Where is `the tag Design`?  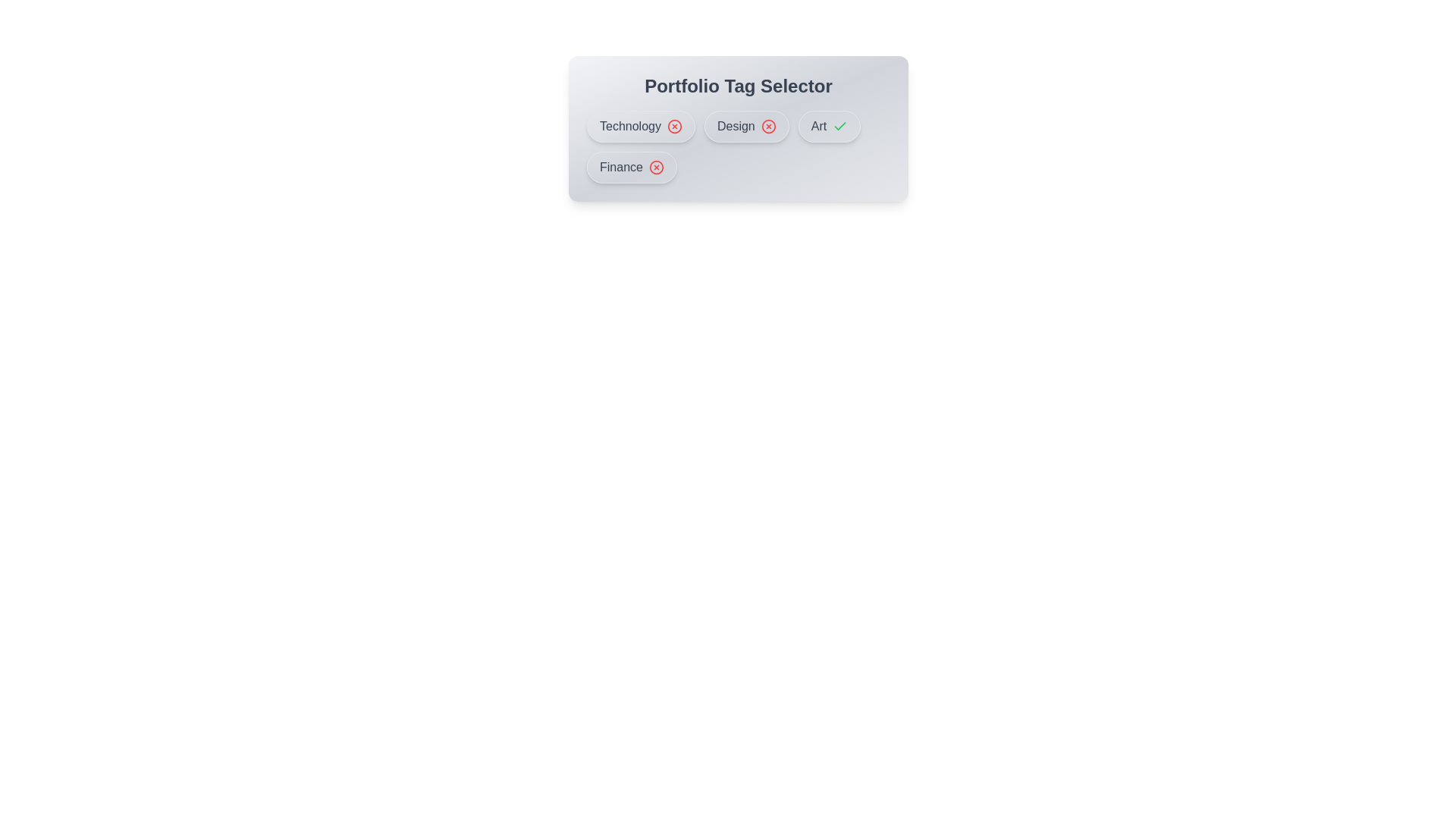
the tag Design is located at coordinates (745, 125).